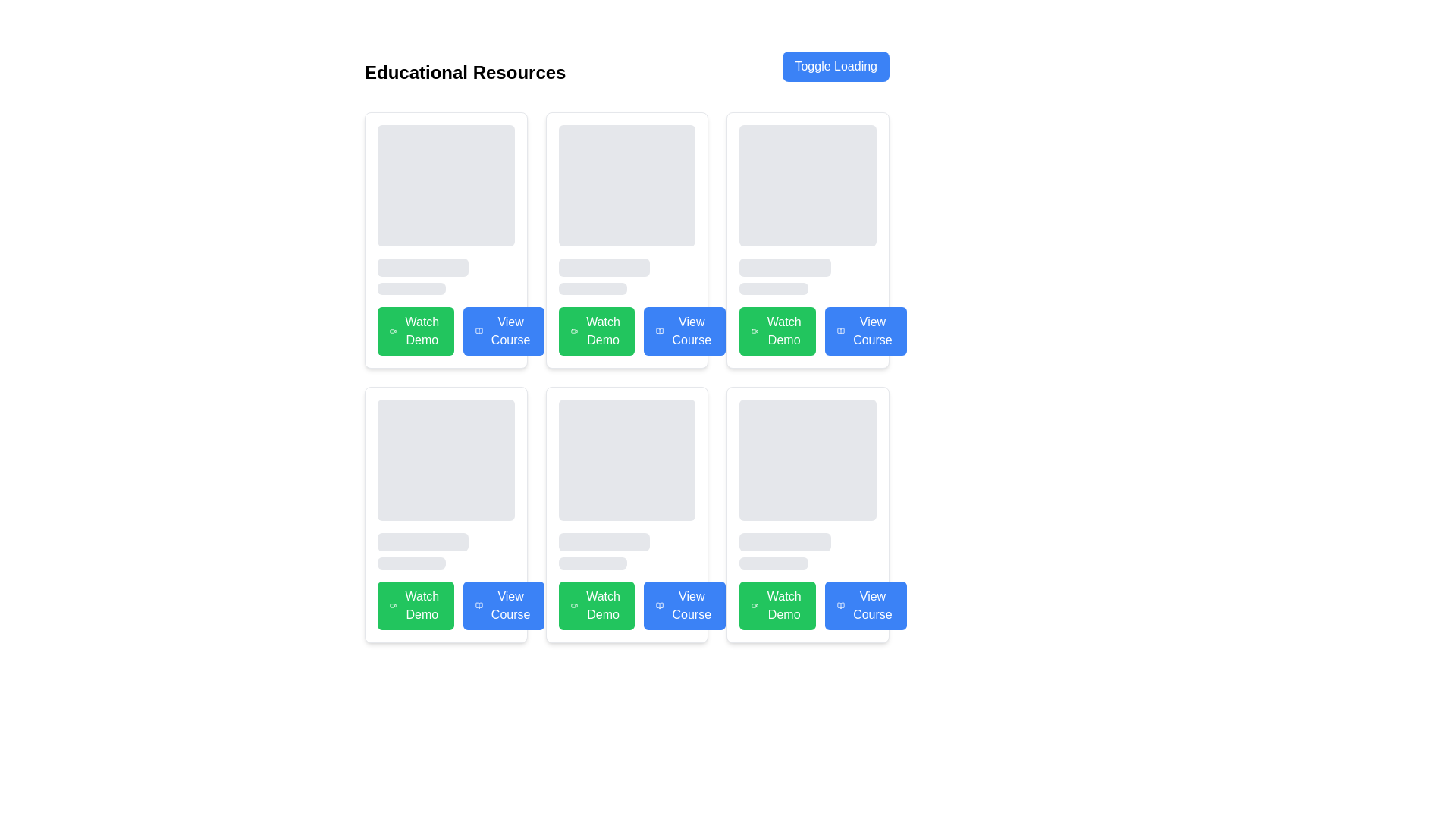 The image size is (1456, 819). What do you see at coordinates (393, 604) in the screenshot?
I see `the decorative video icon located to the left of the blue 'View Course' button in the 'Watch Demo' button at the bottom-left corner of the fourth item in the grid layout` at bounding box center [393, 604].